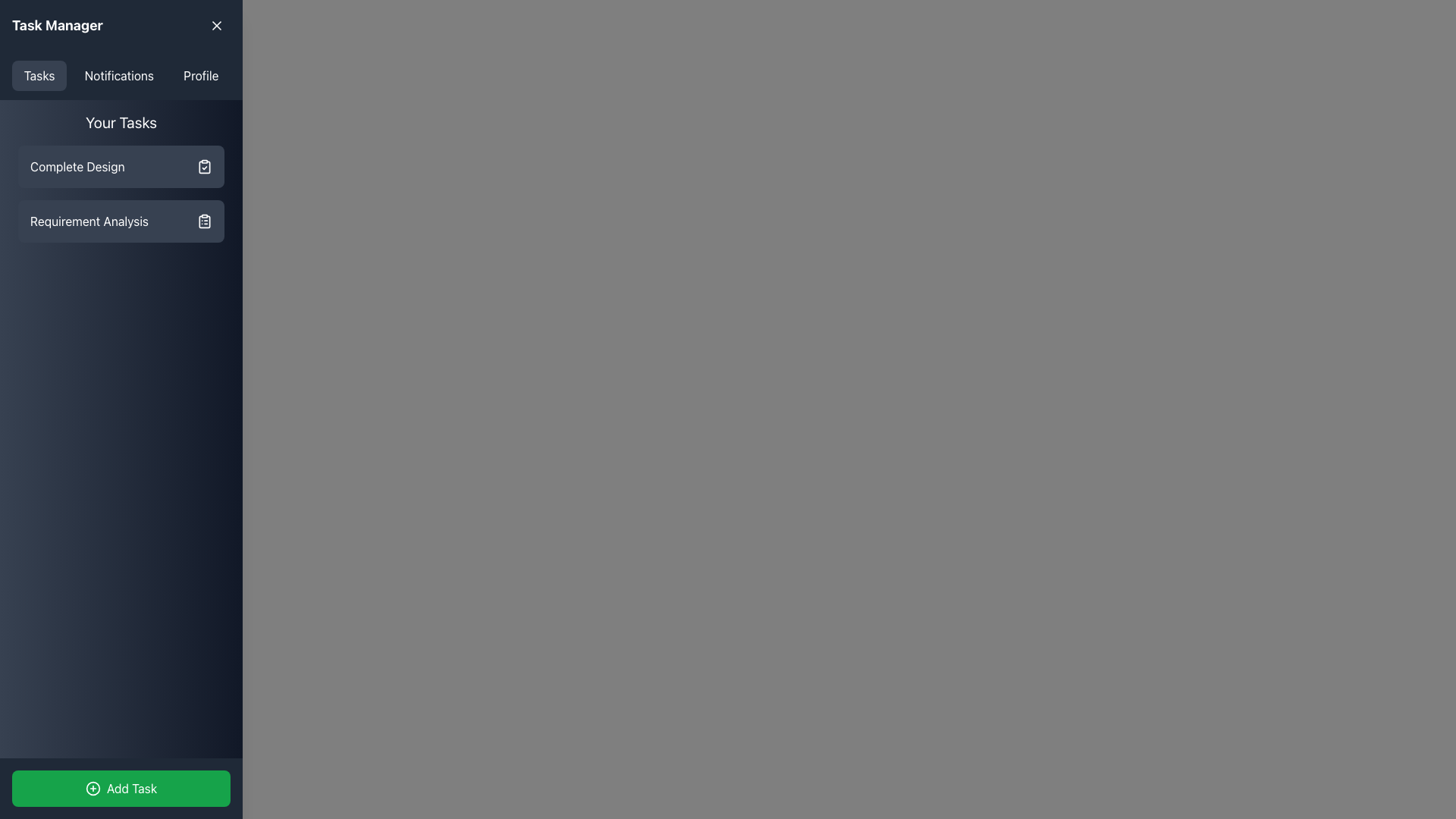  What do you see at coordinates (203, 166) in the screenshot?
I see `the clipboard icon representing tasks or notes, located in the first task box under the 'Your Tasks' header` at bounding box center [203, 166].